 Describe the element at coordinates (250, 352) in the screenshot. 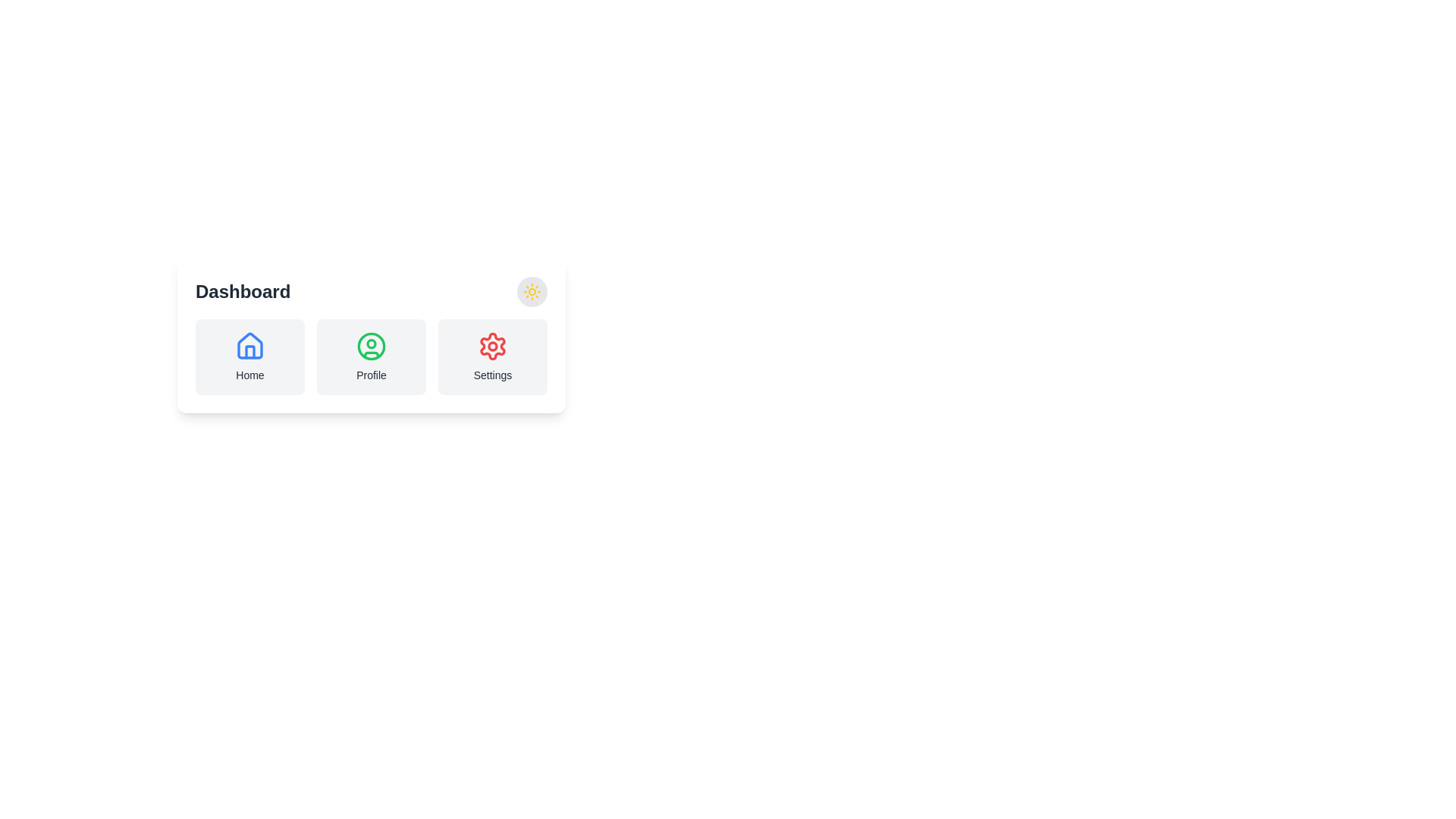

I see `the door or window segment of the house icon in the dashboard interface, which is styled with a blue stroke and no fill, located at the specified coordinates` at that location.